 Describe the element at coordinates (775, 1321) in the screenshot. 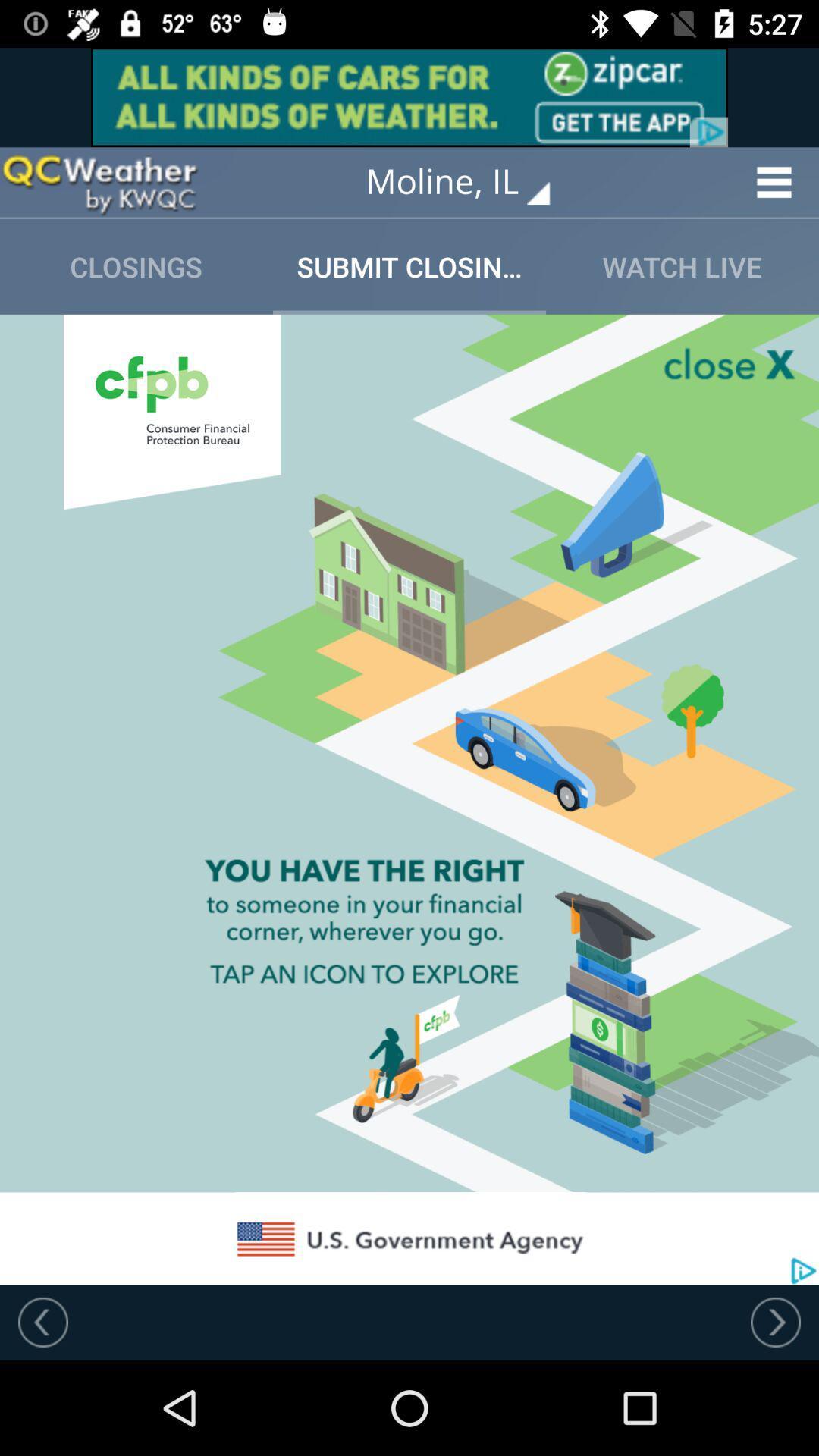

I see `next field` at that location.